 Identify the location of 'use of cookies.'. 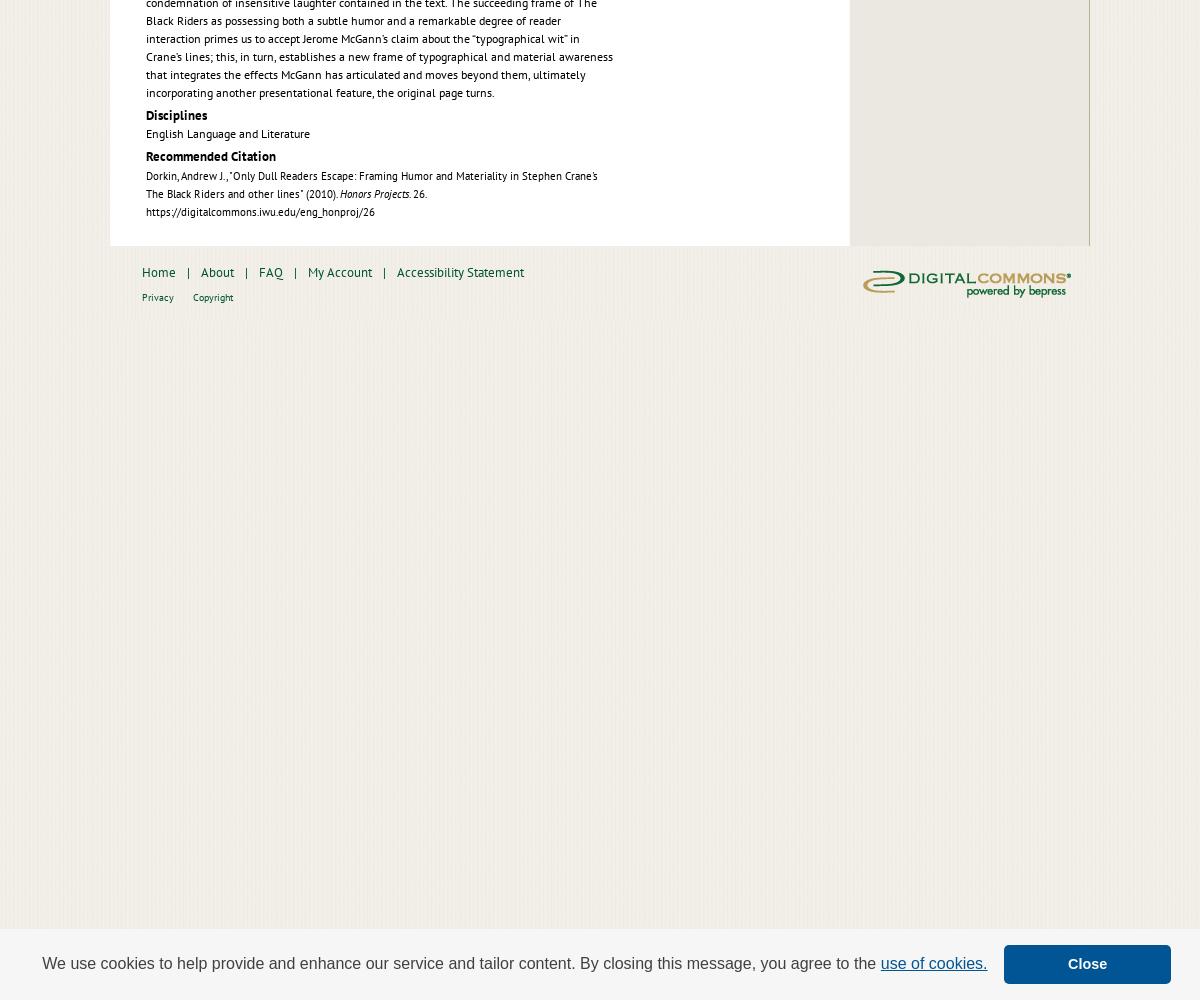
(878, 962).